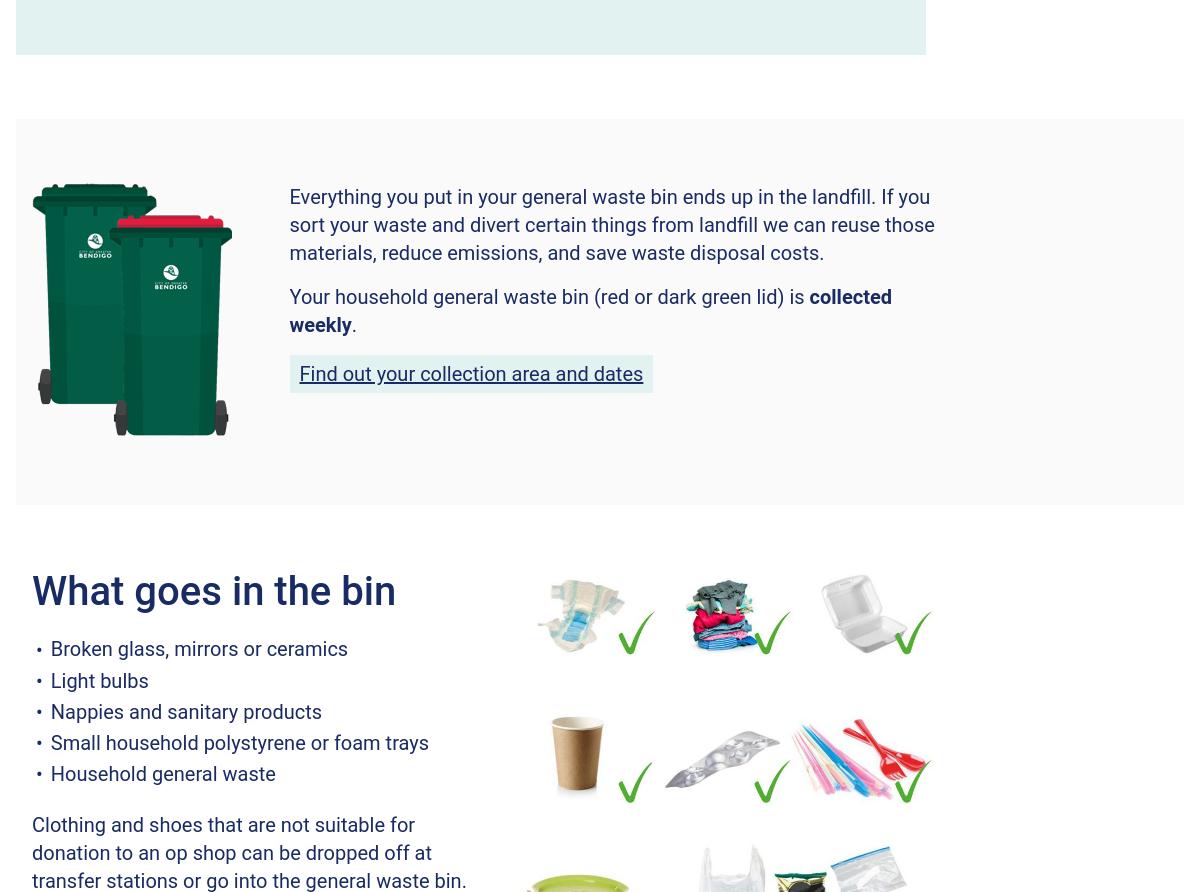 The image size is (1200, 892). Describe the element at coordinates (589, 311) in the screenshot. I see `'collected weekly'` at that location.